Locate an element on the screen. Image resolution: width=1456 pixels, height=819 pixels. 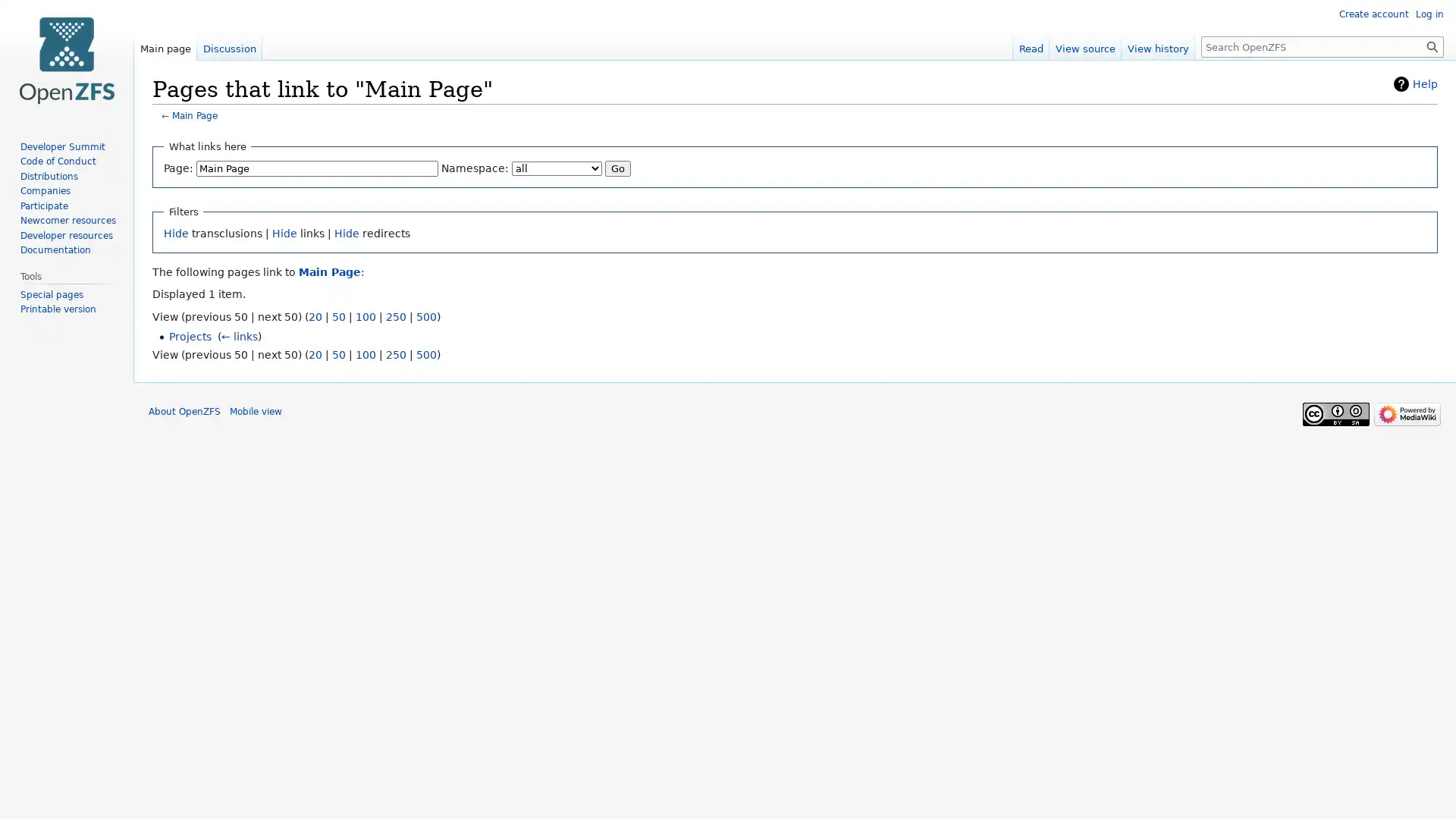
Go is located at coordinates (618, 168).